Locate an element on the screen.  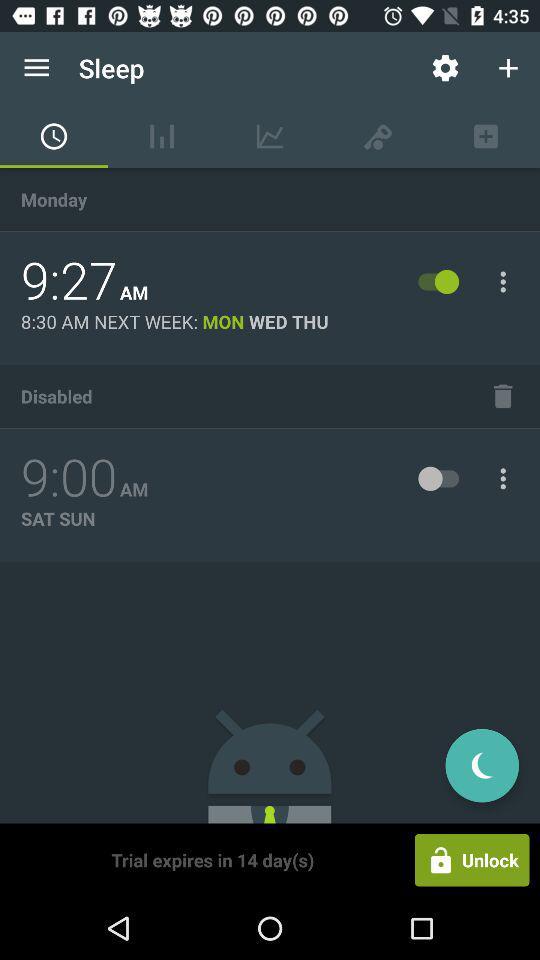
the item next to disabled icon is located at coordinates (502, 395).